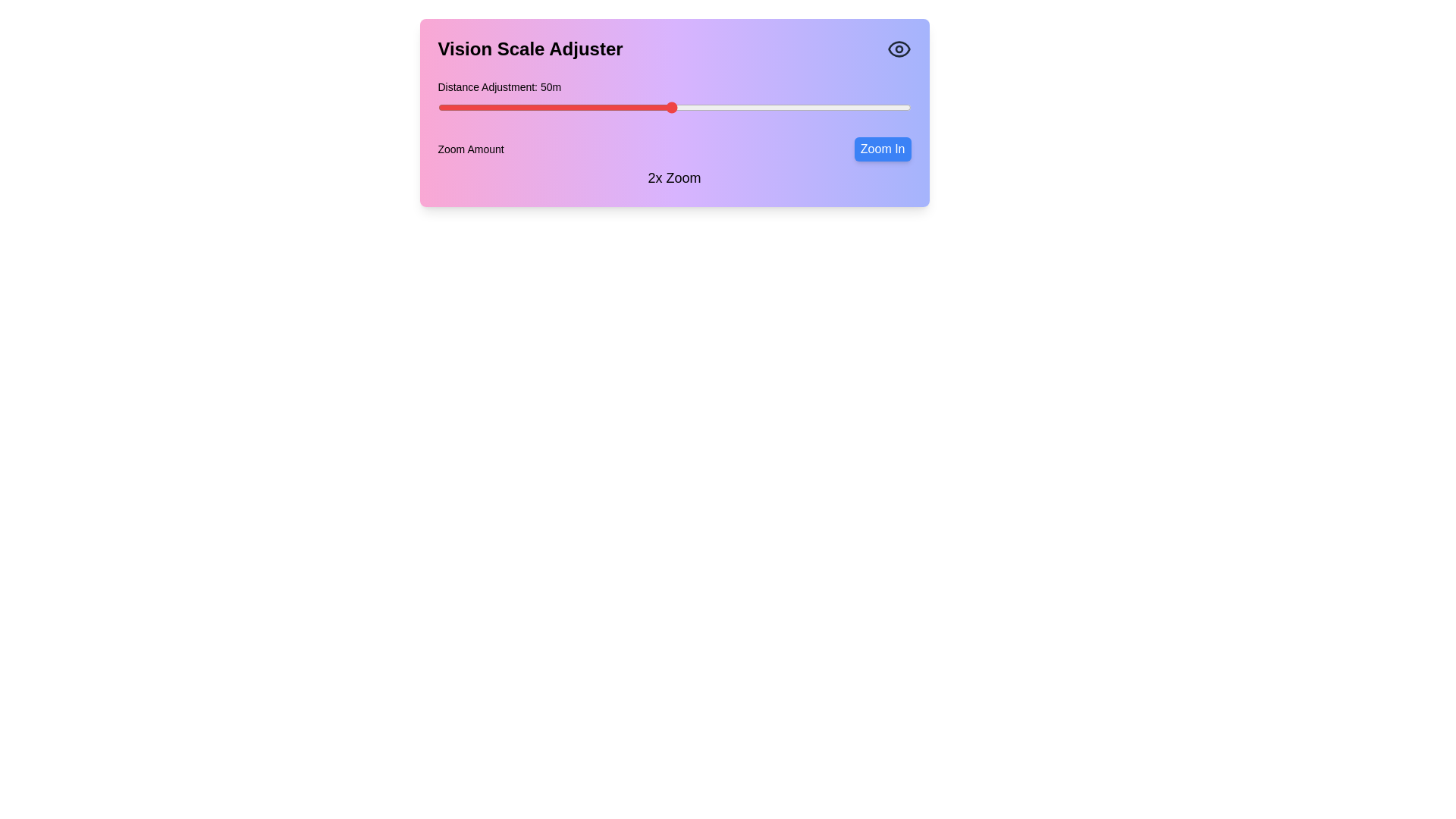  I want to click on the vector graphic segment that visually complements the eye icon, located near the top-right corner of the main panel, so click(899, 49).